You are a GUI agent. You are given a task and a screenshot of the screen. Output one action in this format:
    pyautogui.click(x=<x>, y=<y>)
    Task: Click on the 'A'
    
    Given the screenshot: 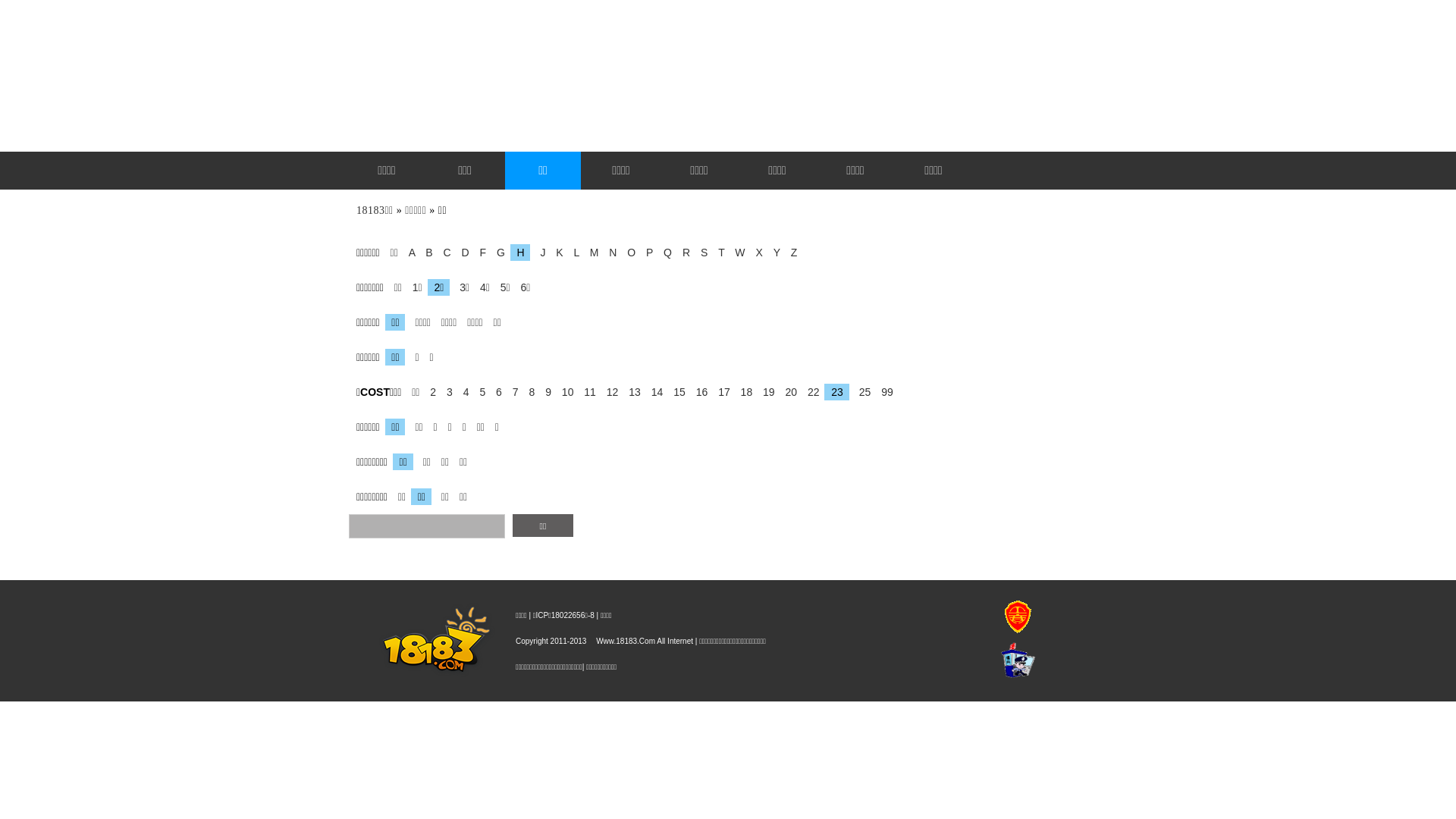 What is the action you would take?
    pyautogui.click(x=408, y=251)
    